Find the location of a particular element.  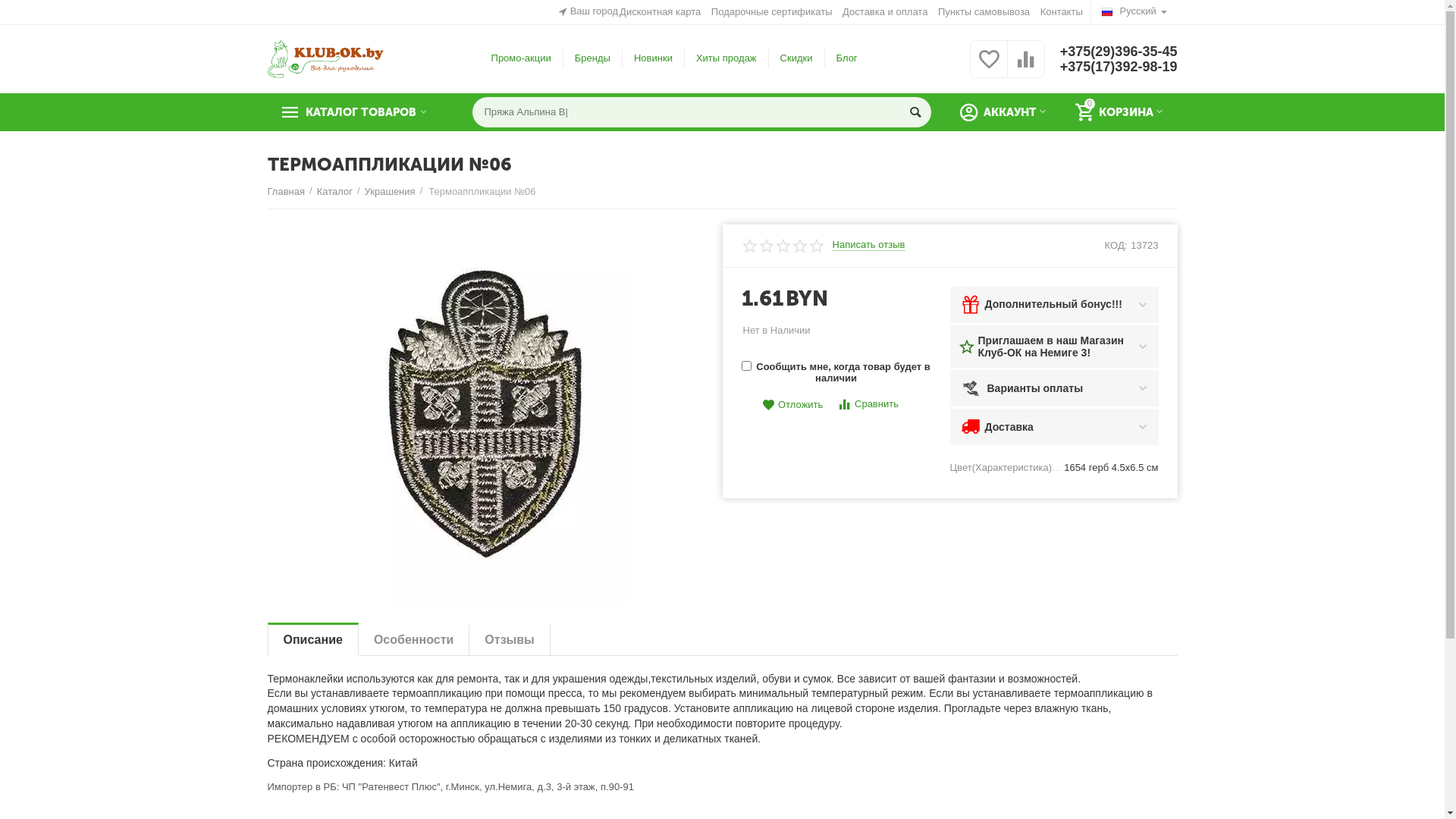

'+375(29)396-35-45' is located at coordinates (1059, 51).